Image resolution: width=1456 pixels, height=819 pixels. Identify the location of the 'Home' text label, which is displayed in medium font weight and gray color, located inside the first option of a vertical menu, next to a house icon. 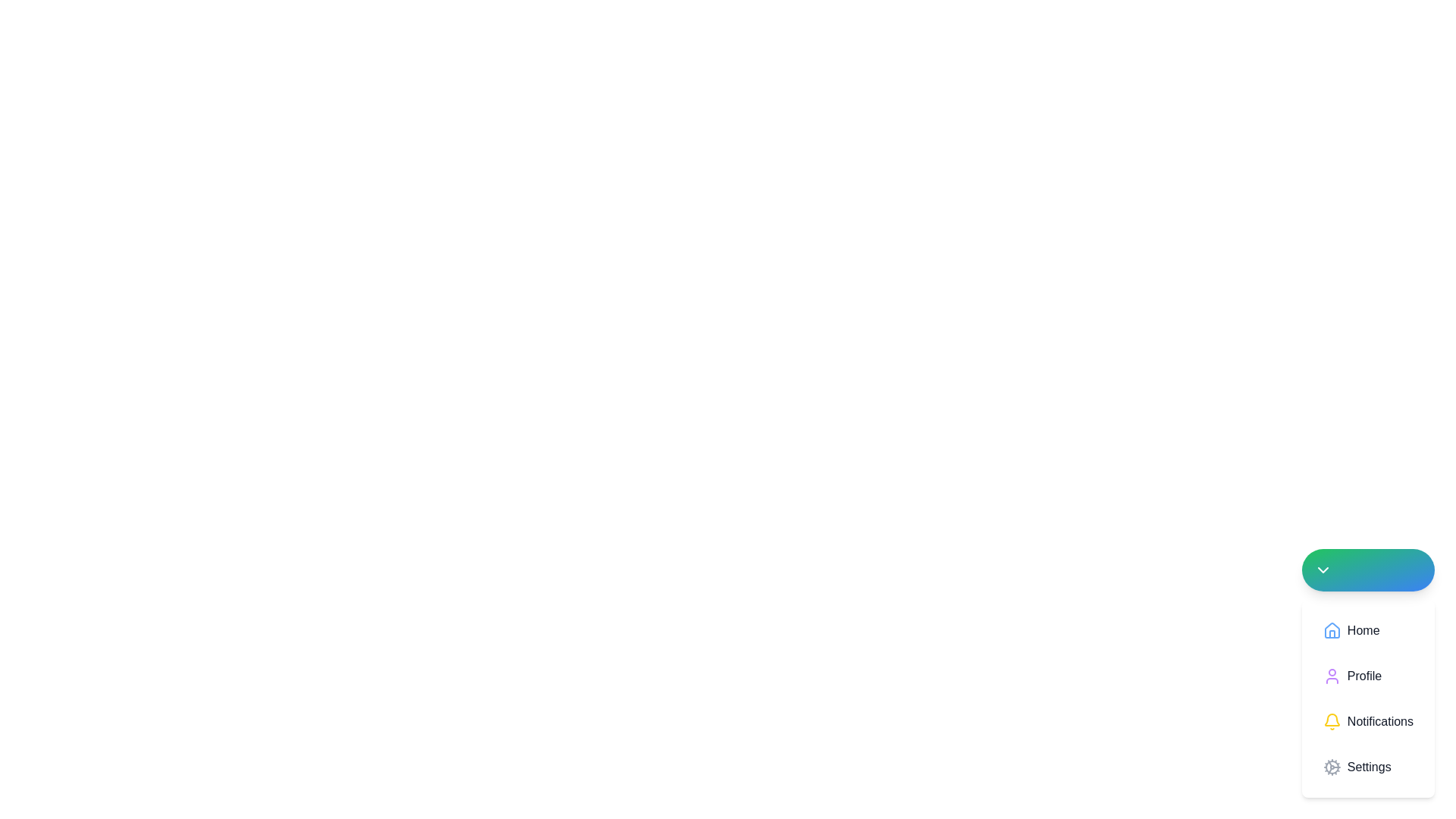
(1363, 631).